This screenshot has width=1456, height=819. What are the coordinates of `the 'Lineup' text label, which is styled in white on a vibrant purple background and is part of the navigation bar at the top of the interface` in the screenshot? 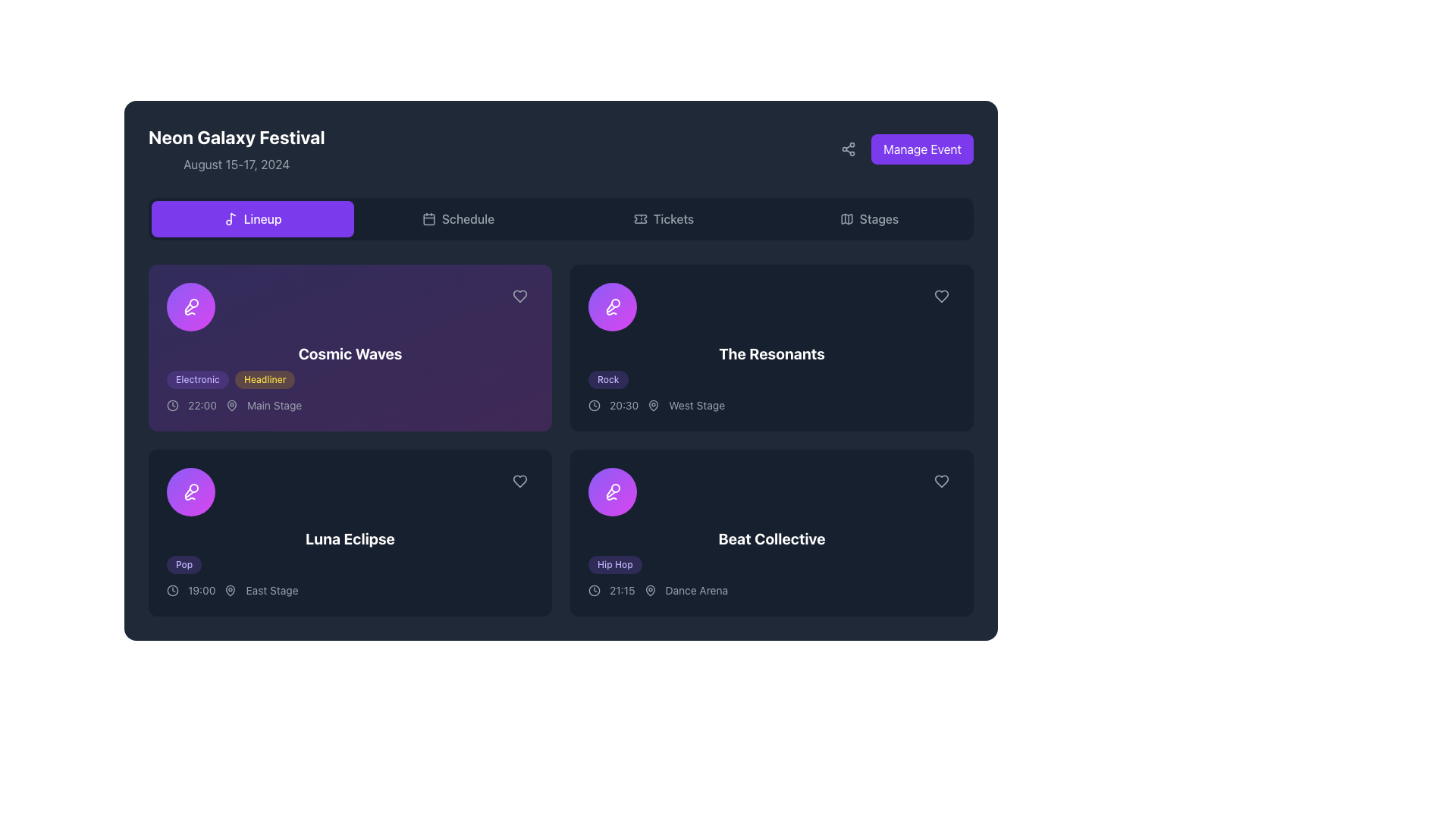 It's located at (262, 219).